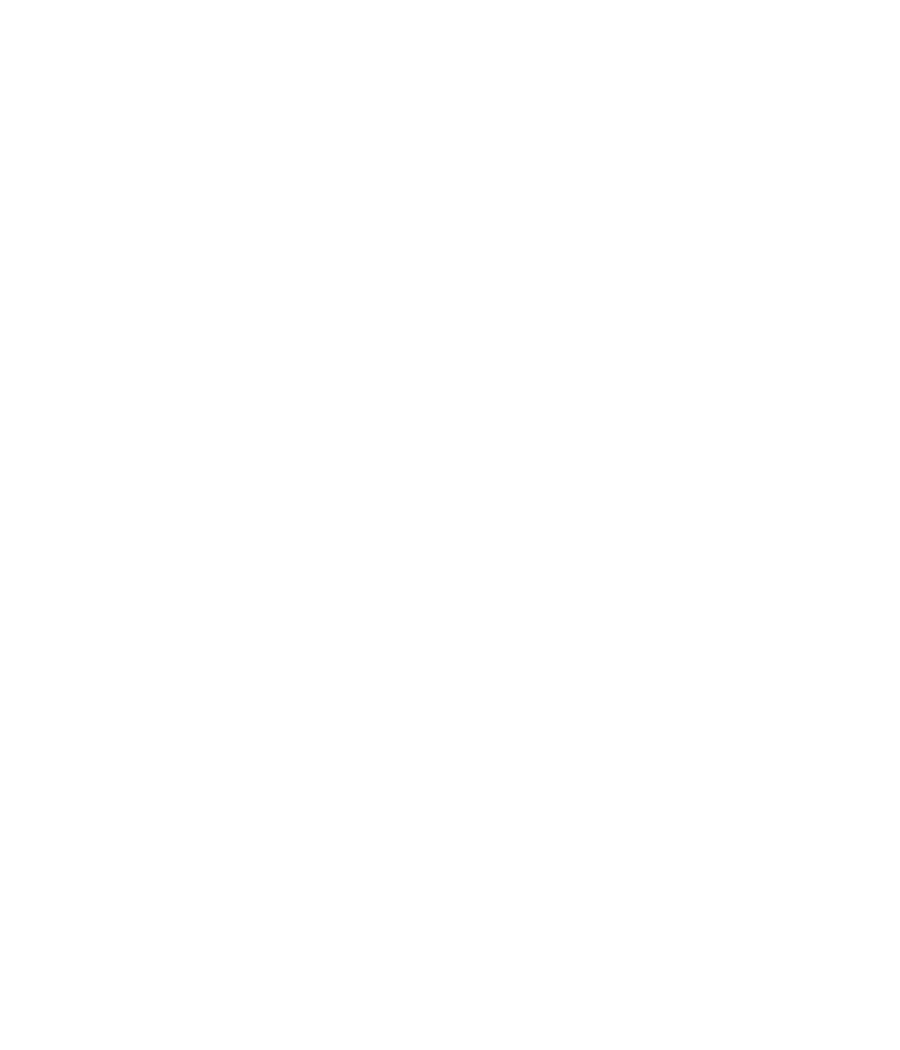 This screenshot has height=1050, width=900. Describe the element at coordinates (190, 1026) in the screenshot. I see `'.'` at that location.